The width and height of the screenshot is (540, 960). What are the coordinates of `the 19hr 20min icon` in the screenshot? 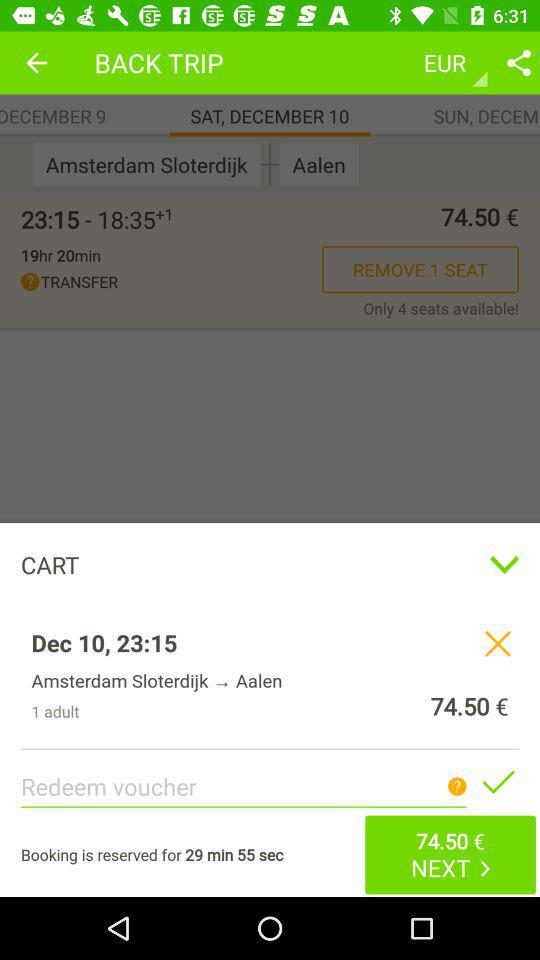 It's located at (60, 254).